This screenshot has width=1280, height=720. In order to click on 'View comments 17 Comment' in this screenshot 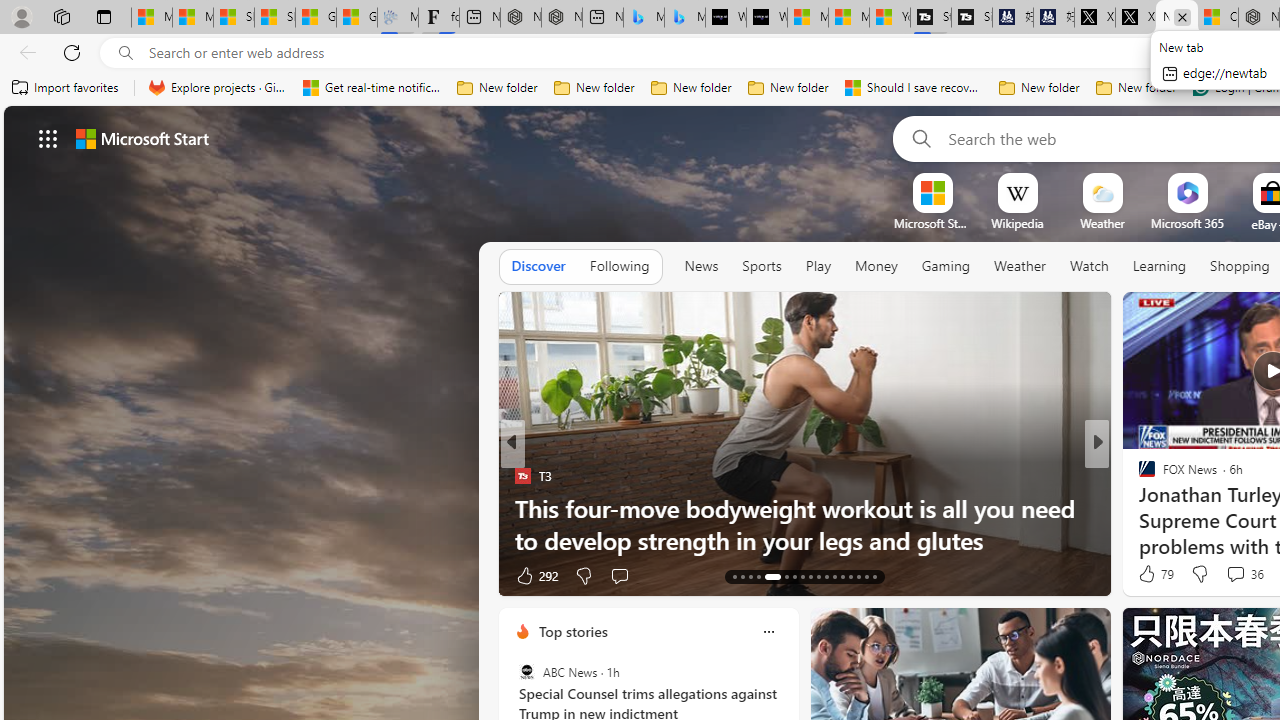, I will do `click(1234, 575)`.